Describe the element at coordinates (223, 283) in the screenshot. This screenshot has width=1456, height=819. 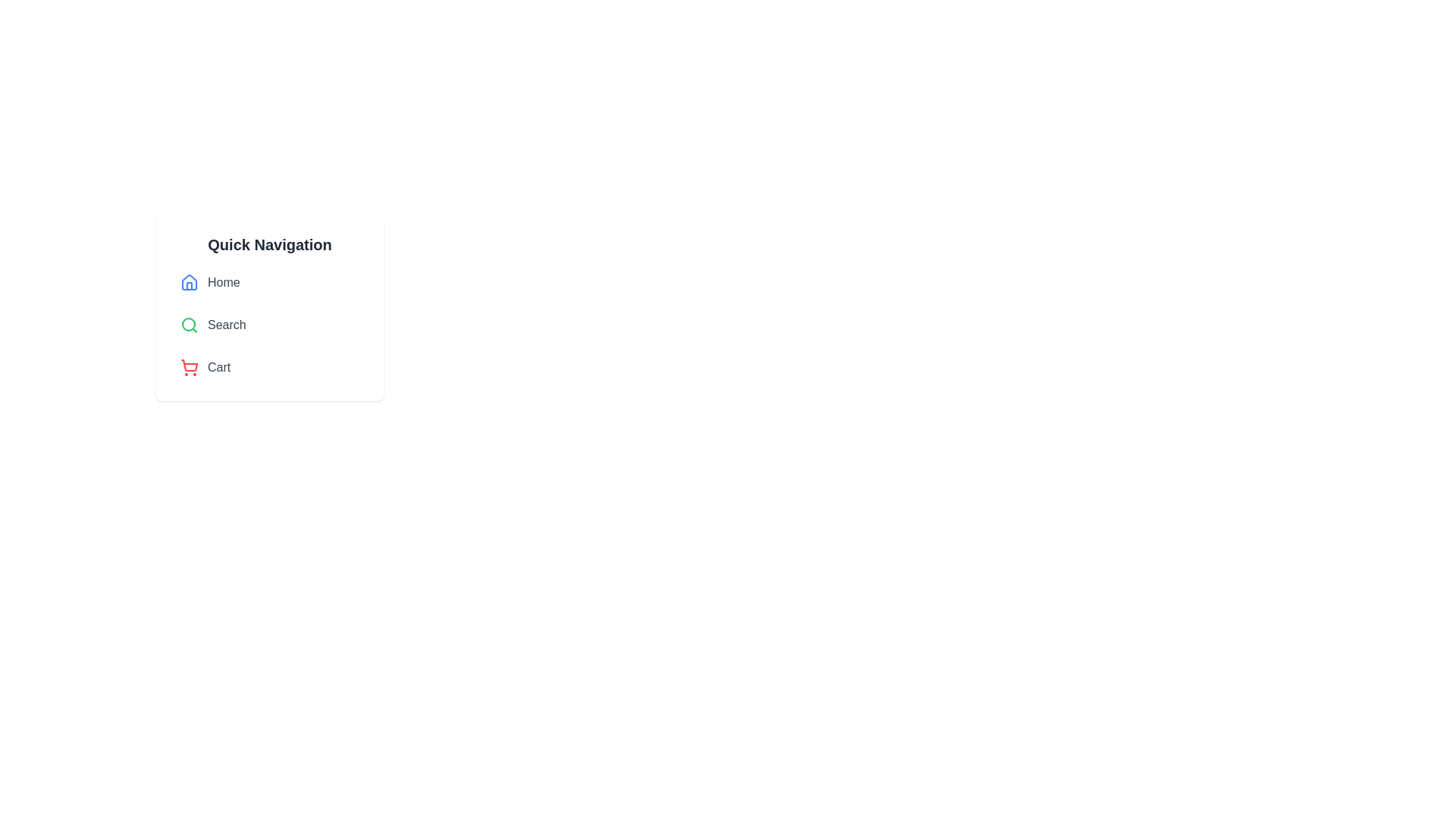
I see `the 'Home' hyperlink in the navigation menu to trigger the visual change of color and underline effect` at that location.